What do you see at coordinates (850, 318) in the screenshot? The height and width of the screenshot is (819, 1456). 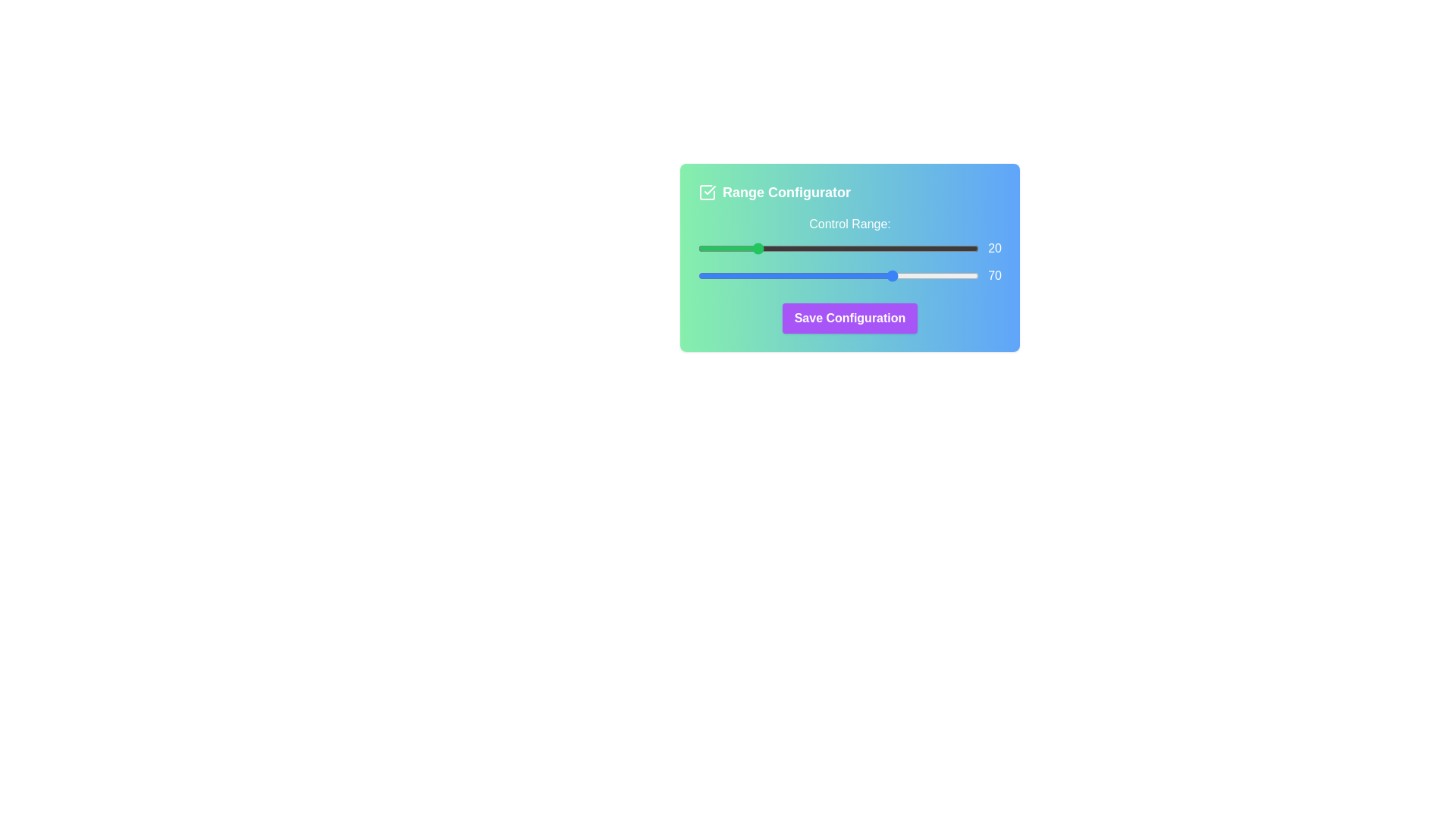 I see `the 'Save Configuration' button` at bounding box center [850, 318].